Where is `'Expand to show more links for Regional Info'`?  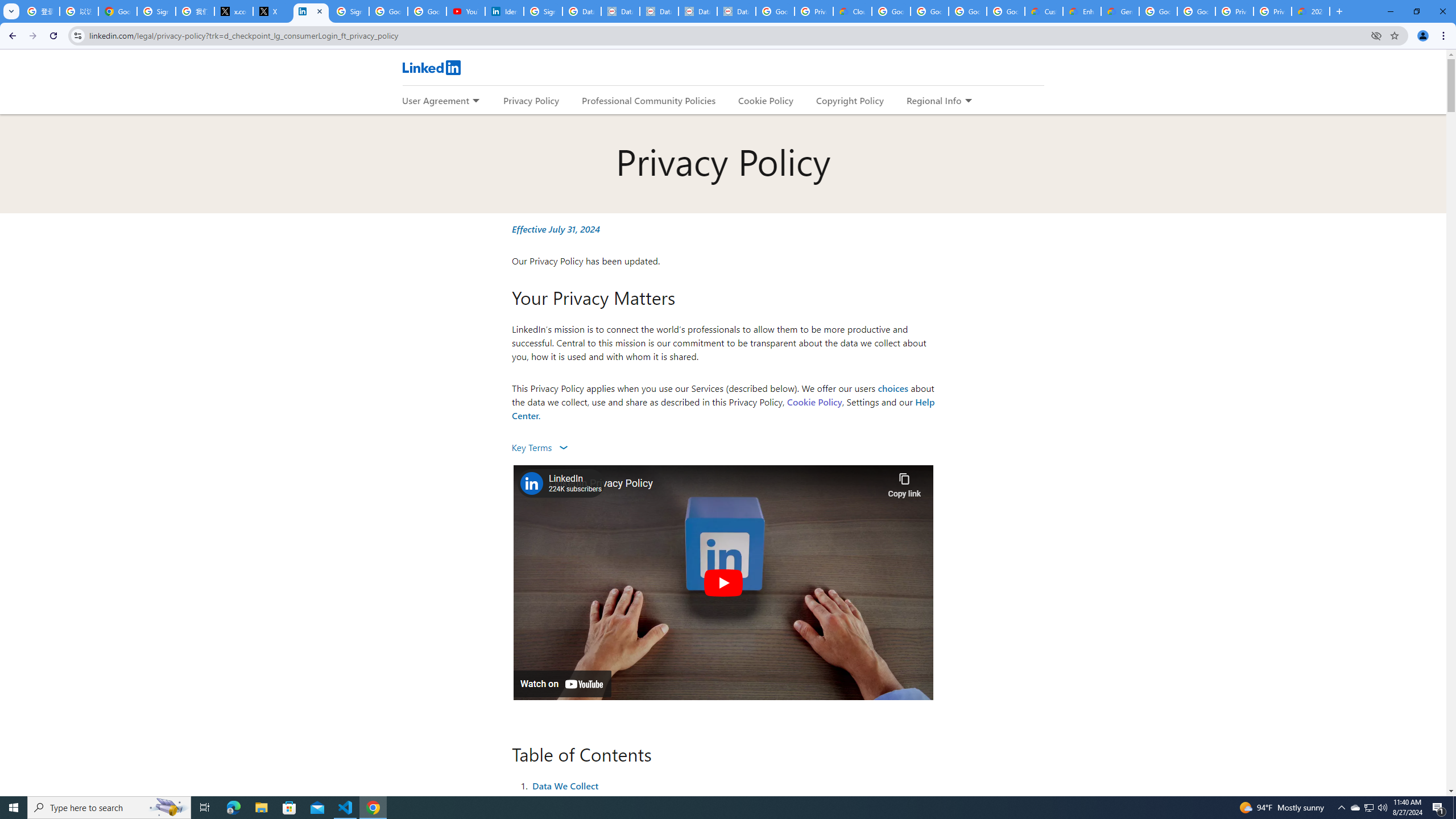
'Expand to show more links for Regional Info' is located at coordinates (967, 101).